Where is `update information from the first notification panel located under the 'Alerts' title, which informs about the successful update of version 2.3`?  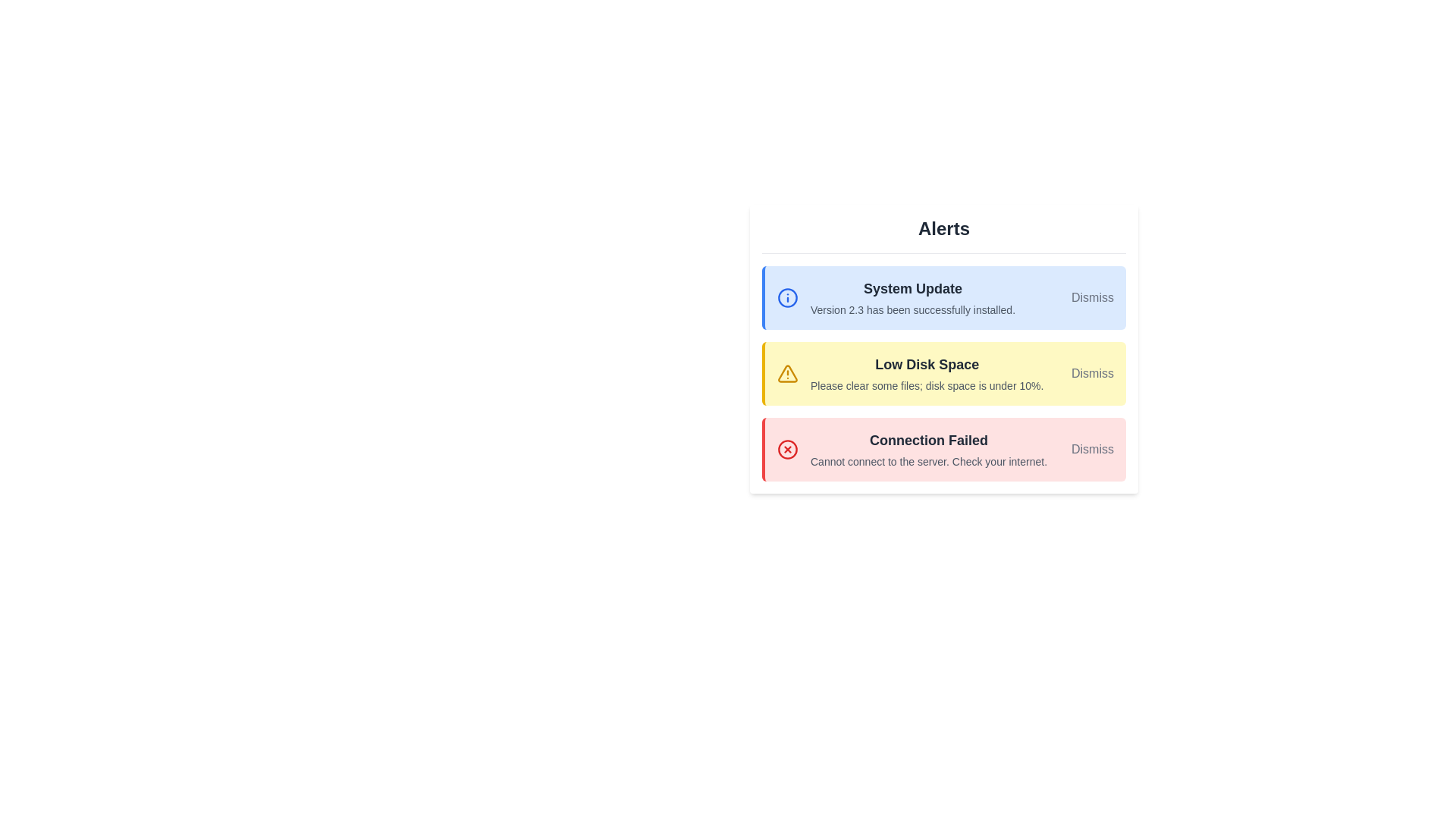
update information from the first notification panel located under the 'Alerts' title, which informs about the successful update of version 2.3 is located at coordinates (943, 298).